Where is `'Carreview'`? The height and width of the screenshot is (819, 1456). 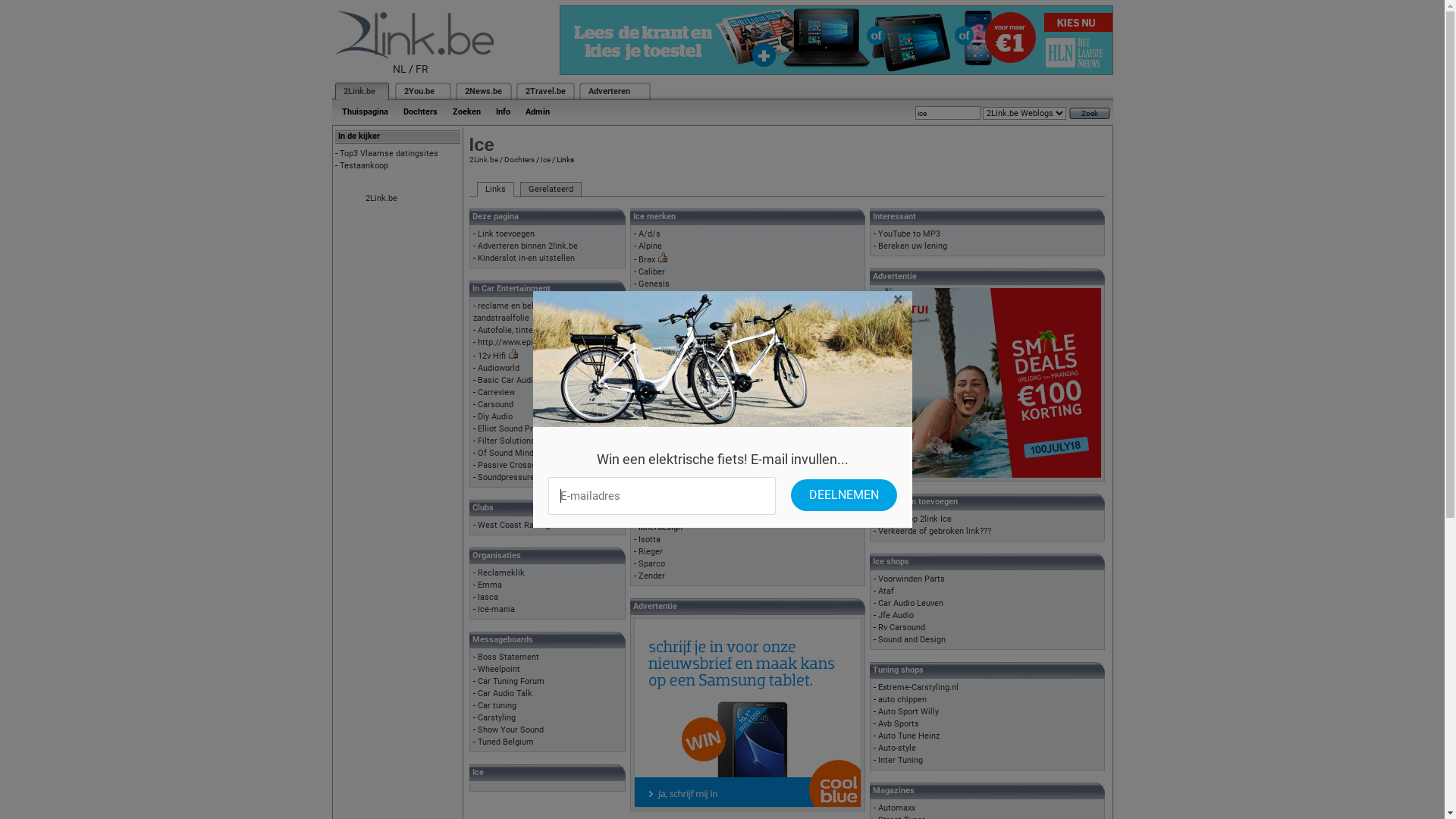
'Carreview' is located at coordinates (496, 391).